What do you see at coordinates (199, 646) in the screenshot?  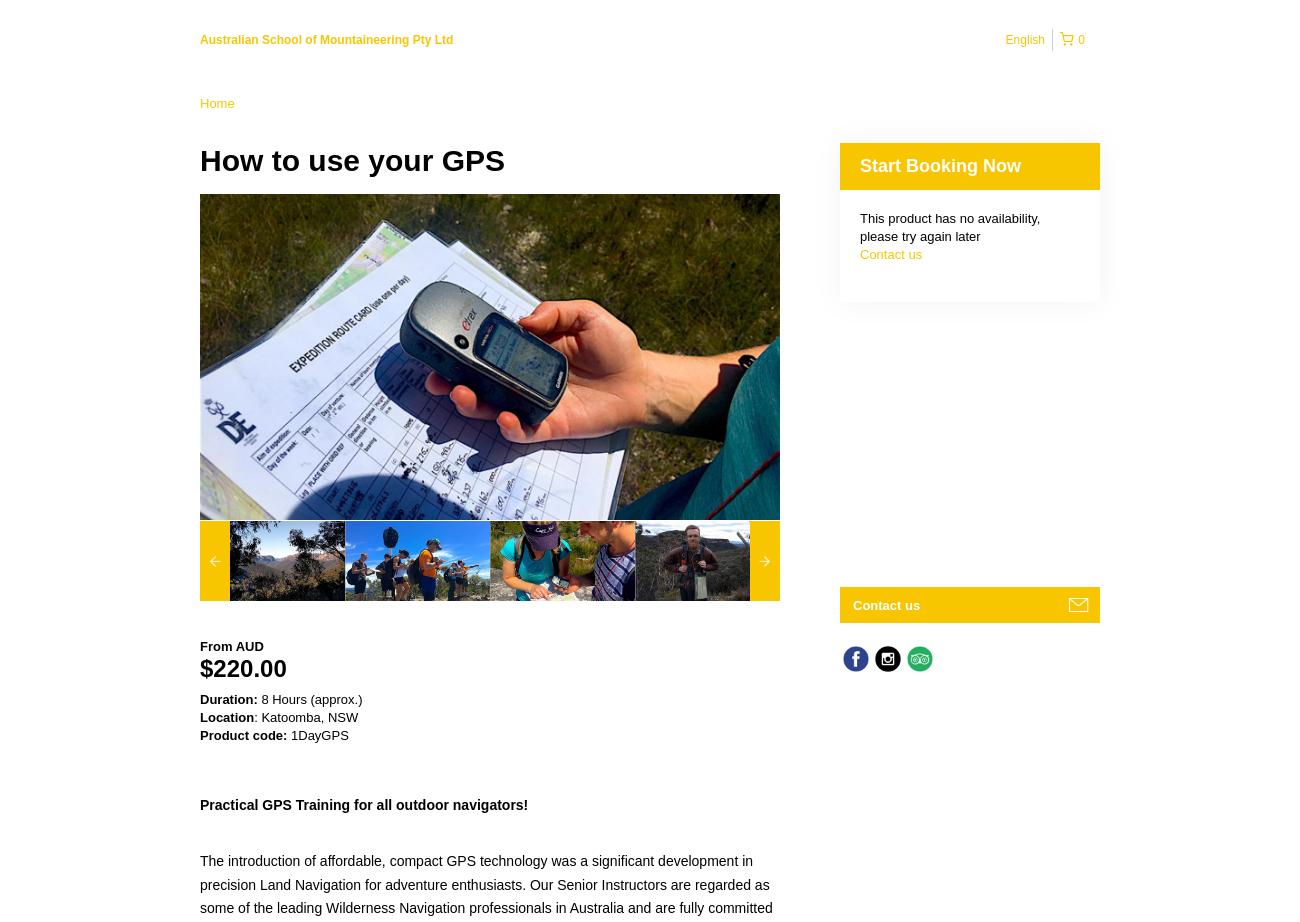 I see `'From'` at bounding box center [199, 646].